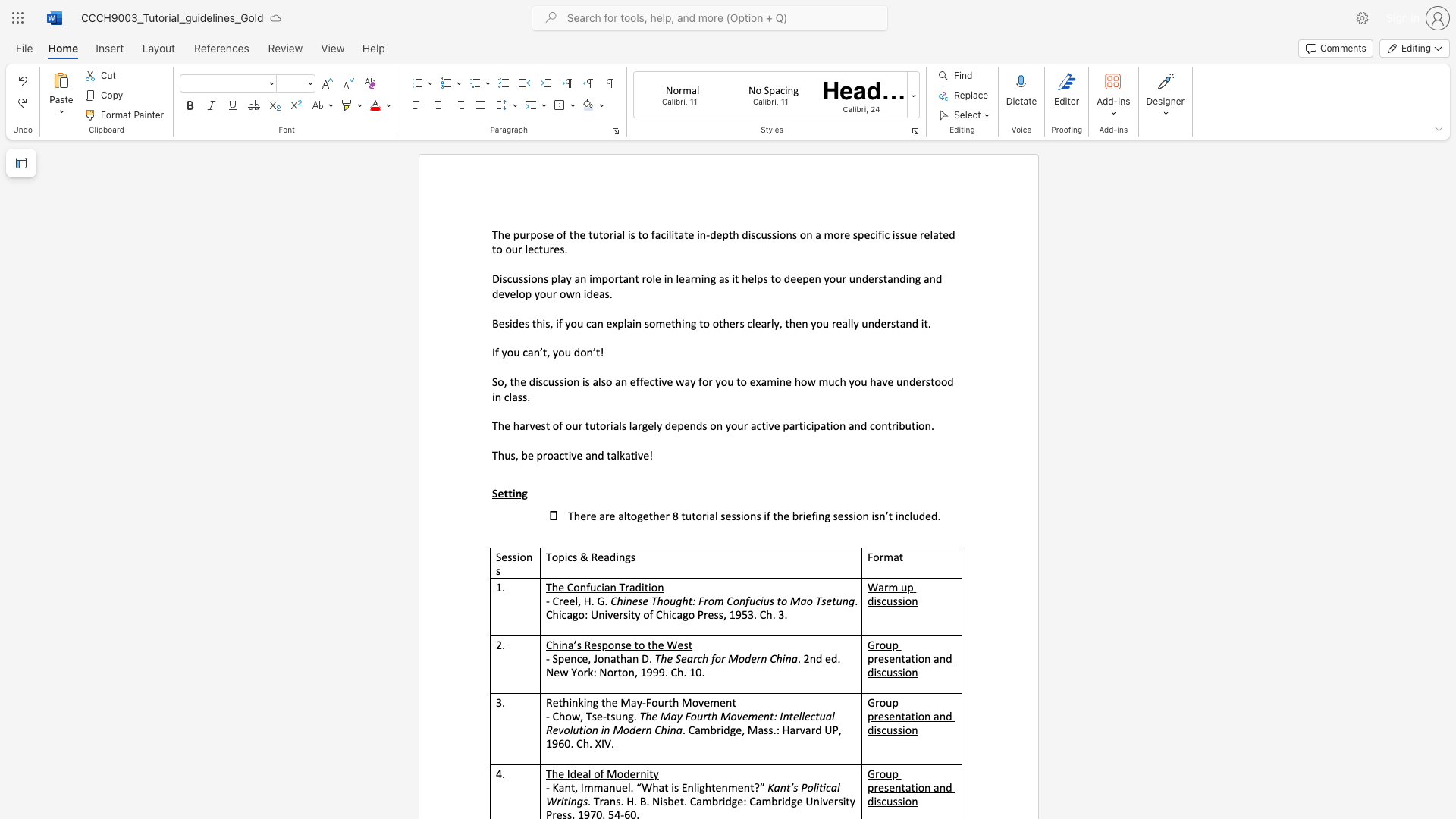 The width and height of the screenshot is (1456, 819). I want to click on the subset text "an Tradit" within the text "The Confucian Tradition", so click(603, 586).